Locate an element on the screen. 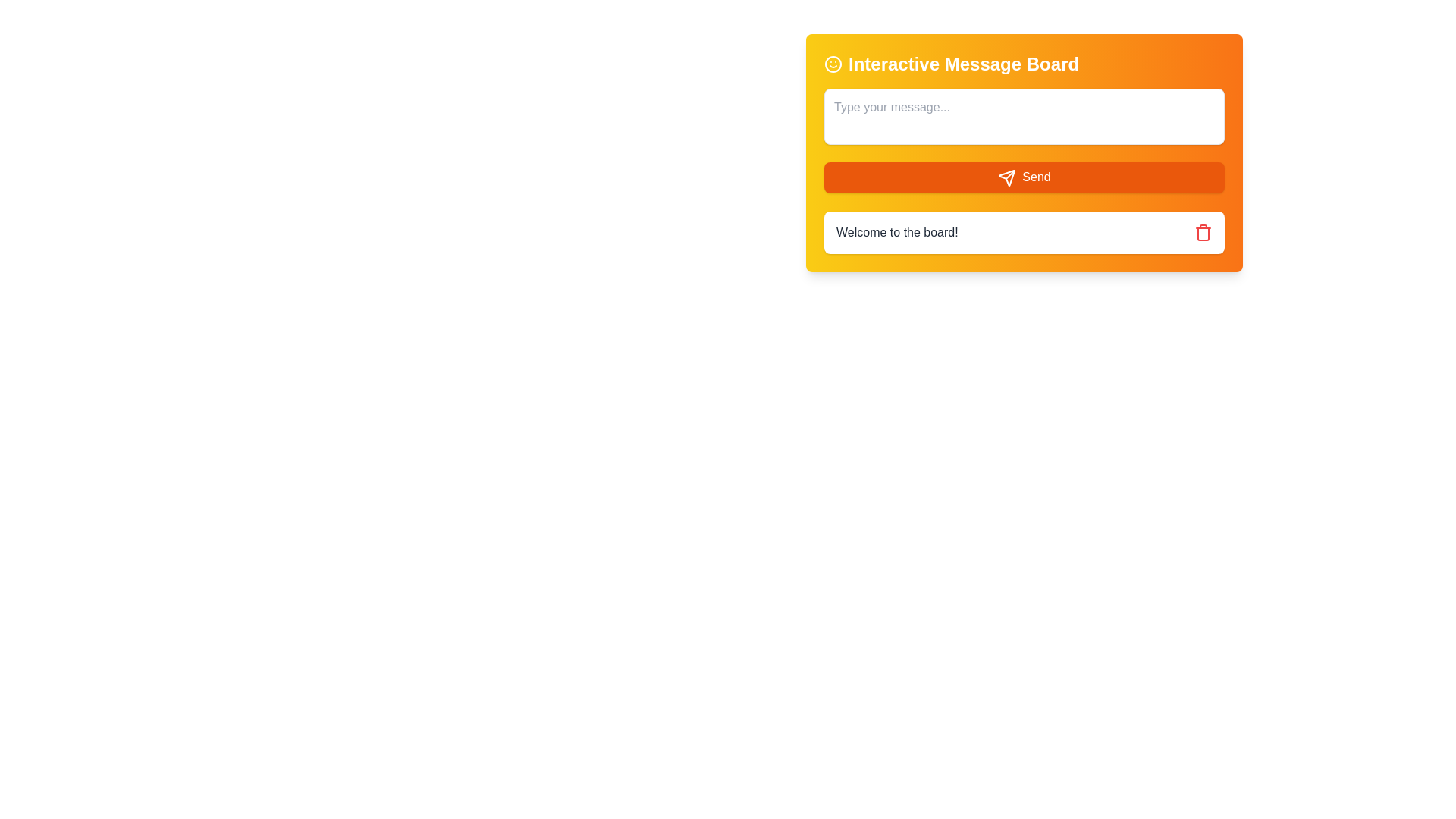 The width and height of the screenshot is (1456, 819). the small airplane-shaped icon on the left side of the 'Send' button is located at coordinates (1007, 177).